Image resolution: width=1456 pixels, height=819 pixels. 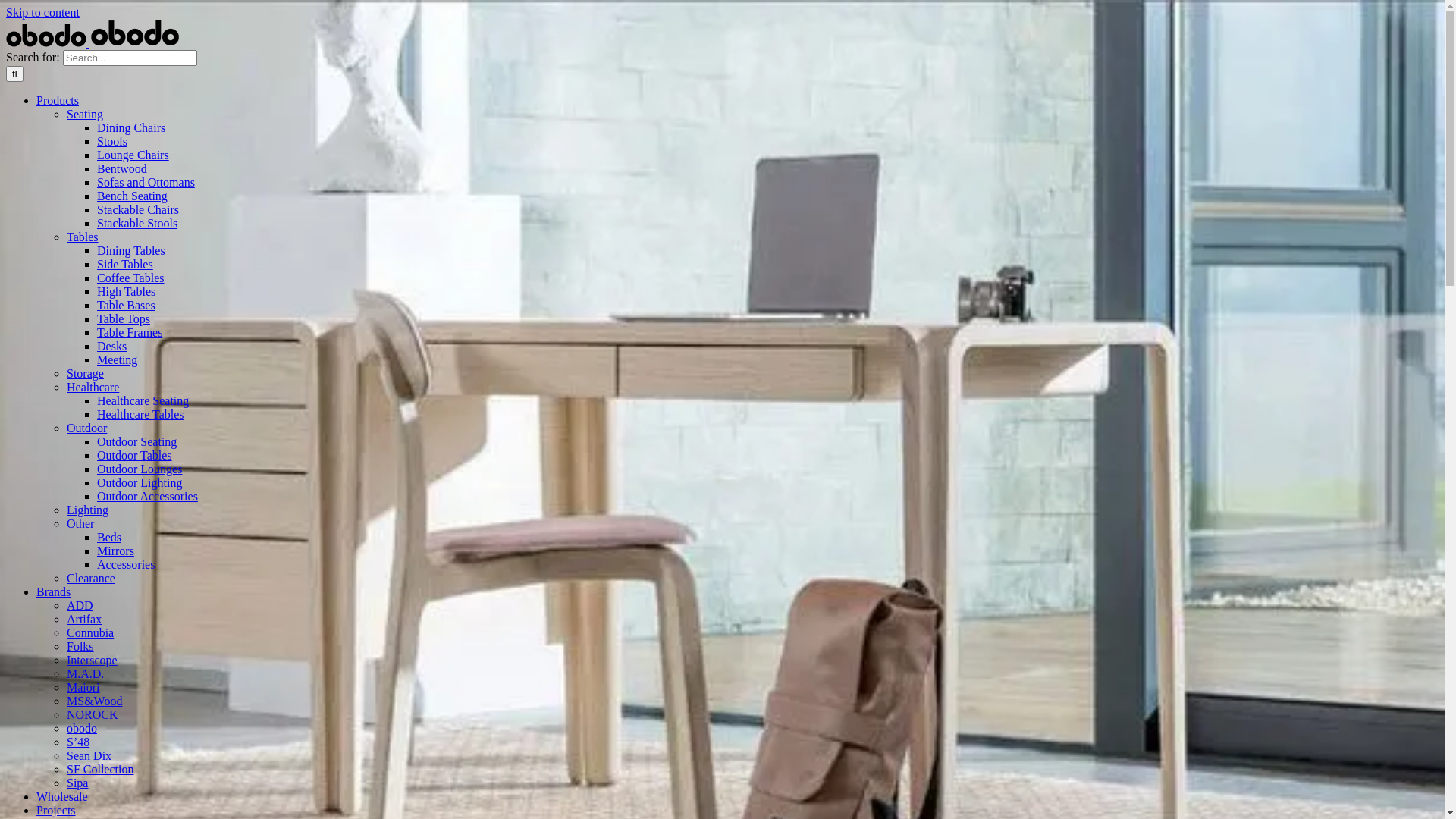 What do you see at coordinates (111, 141) in the screenshot?
I see `'Stools'` at bounding box center [111, 141].